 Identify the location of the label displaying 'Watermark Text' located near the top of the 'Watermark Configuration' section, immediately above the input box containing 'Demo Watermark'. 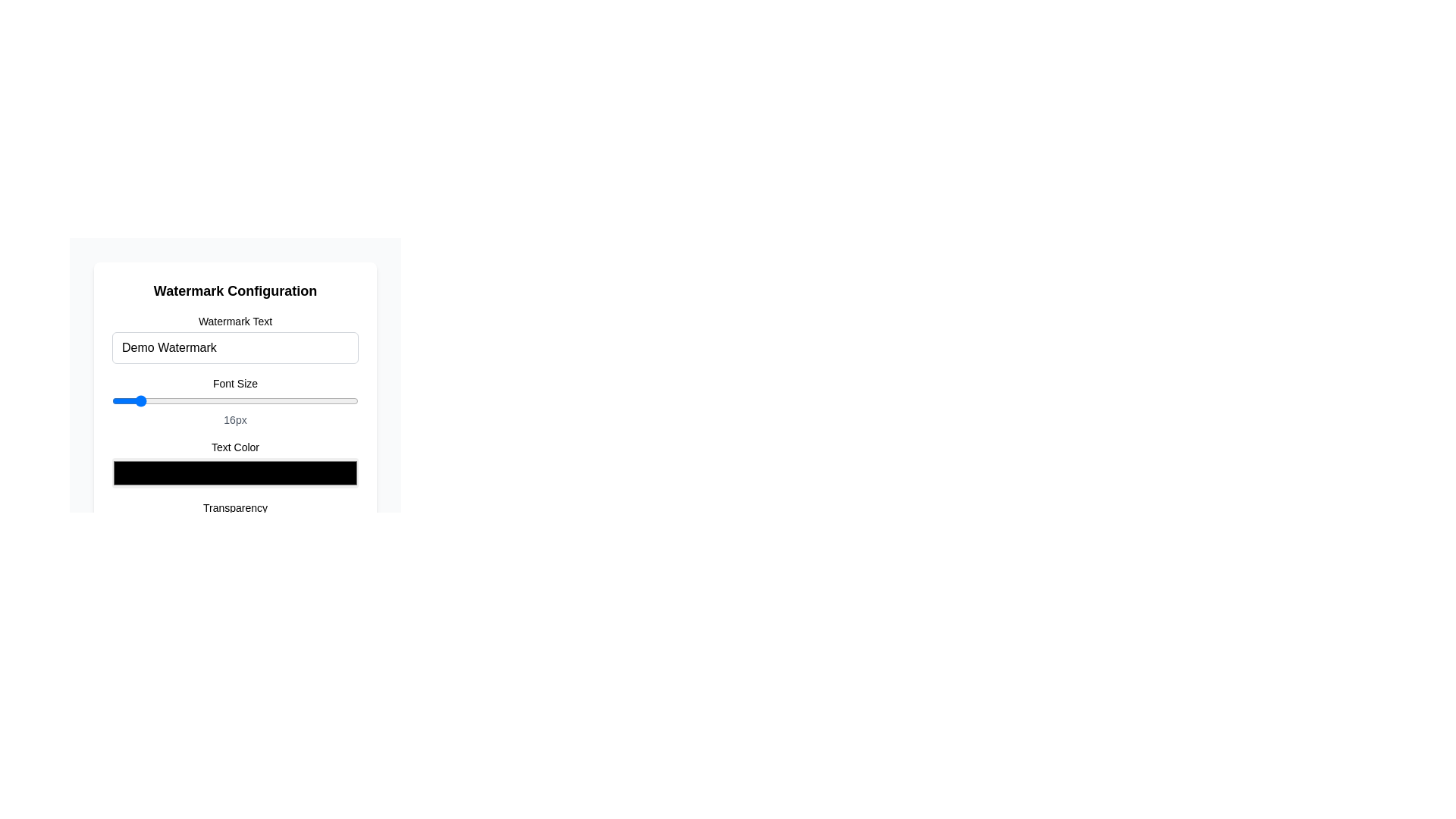
(234, 321).